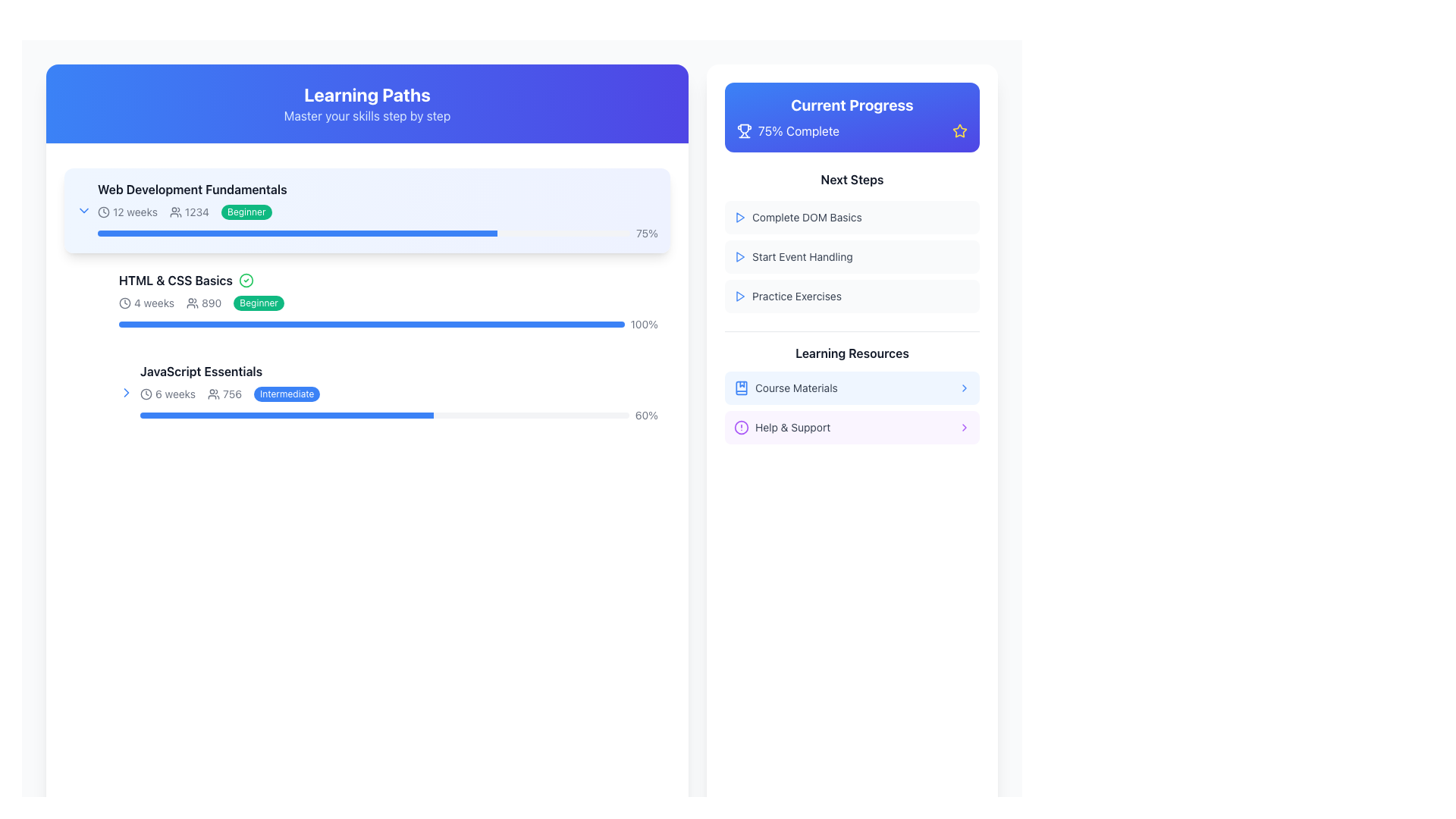  Describe the element at coordinates (792, 427) in the screenshot. I see `the text label located at the bottom right of the interface, under the 'Learning Resources' section, which describes a link or button for help and support features` at that location.